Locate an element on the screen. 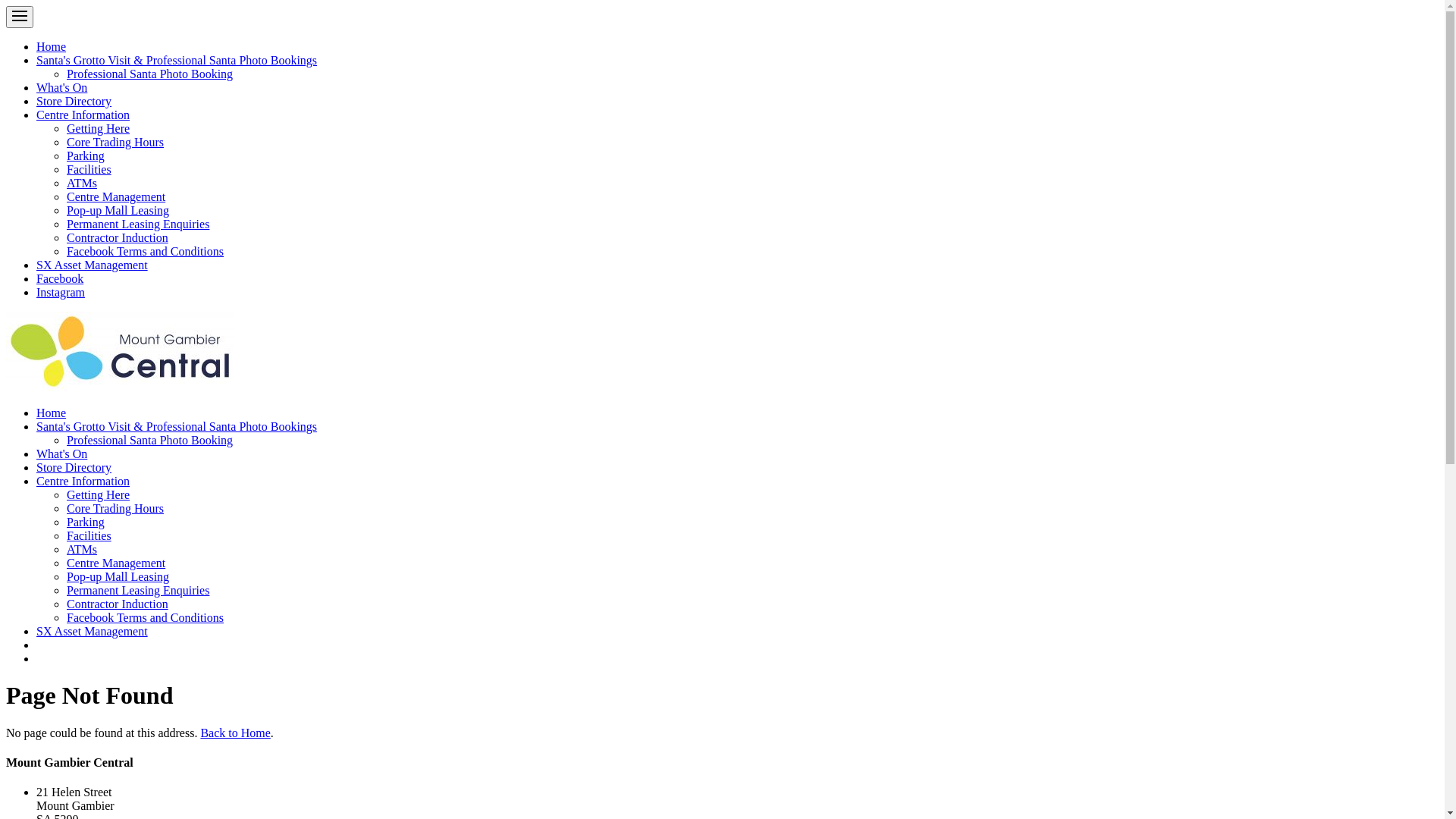  'Santa's Grotto Visit & Professional Santa Photo Bookings' is located at coordinates (177, 59).